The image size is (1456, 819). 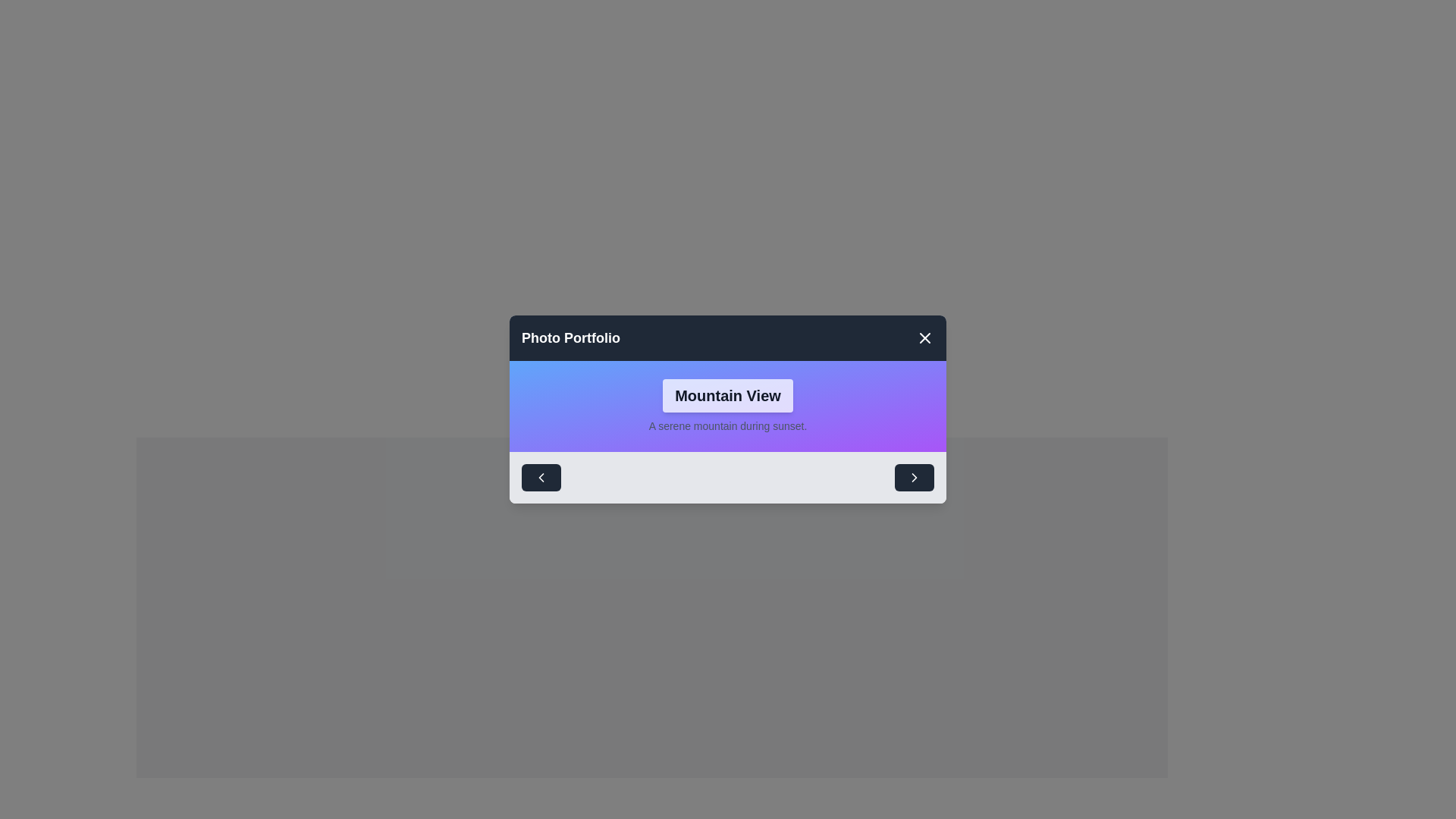 I want to click on the button with a dark gray background and a rightward pointing chevron icon, so click(x=913, y=476).